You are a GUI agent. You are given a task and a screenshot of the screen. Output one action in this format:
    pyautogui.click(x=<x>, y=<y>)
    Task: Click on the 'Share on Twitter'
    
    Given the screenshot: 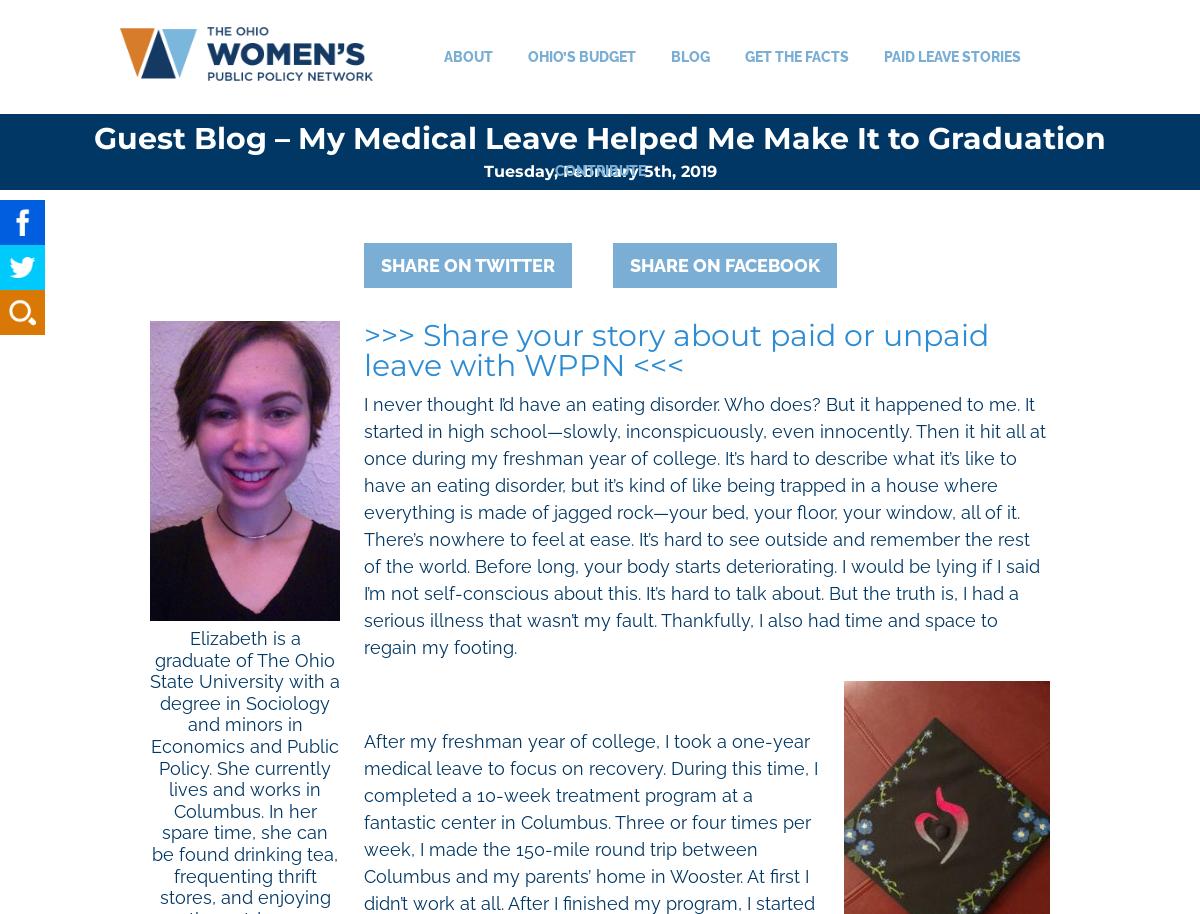 What is the action you would take?
    pyautogui.click(x=466, y=264)
    